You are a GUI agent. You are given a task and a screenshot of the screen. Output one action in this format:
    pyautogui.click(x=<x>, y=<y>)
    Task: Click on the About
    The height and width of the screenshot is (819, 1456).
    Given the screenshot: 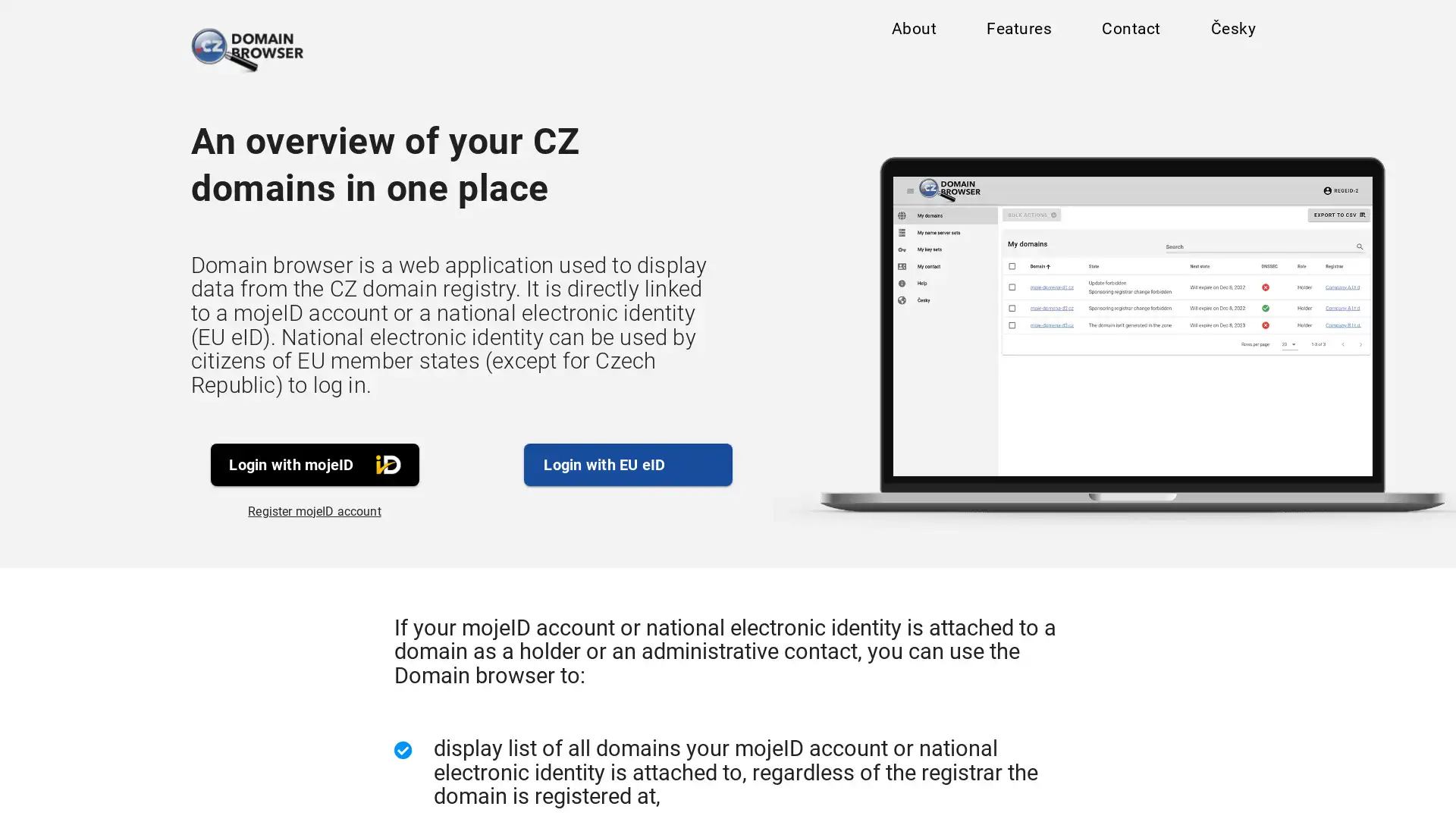 What is the action you would take?
    pyautogui.click(x=912, y=32)
    